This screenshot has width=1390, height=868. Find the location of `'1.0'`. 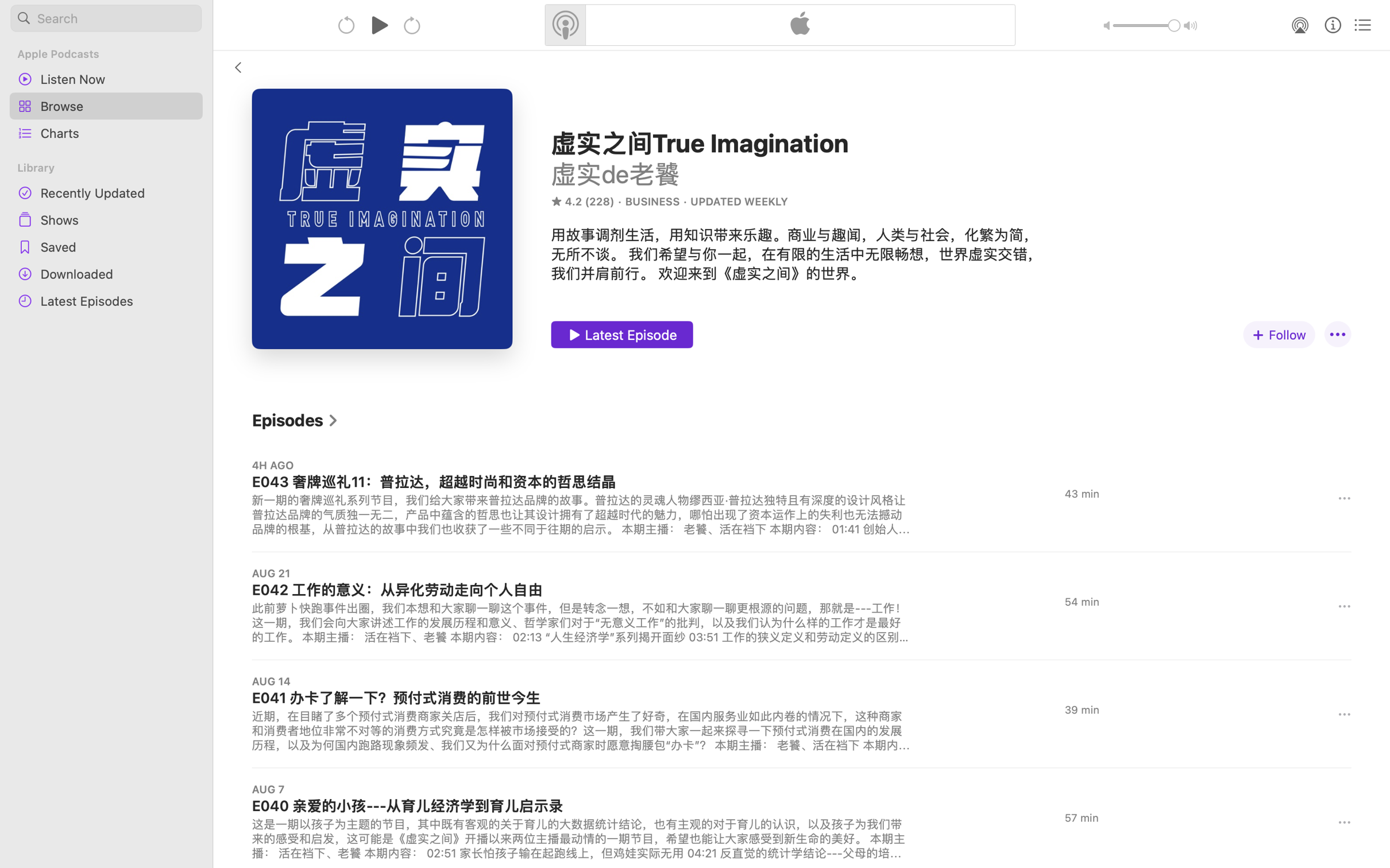

'1.0' is located at coordinates (1146, 25).